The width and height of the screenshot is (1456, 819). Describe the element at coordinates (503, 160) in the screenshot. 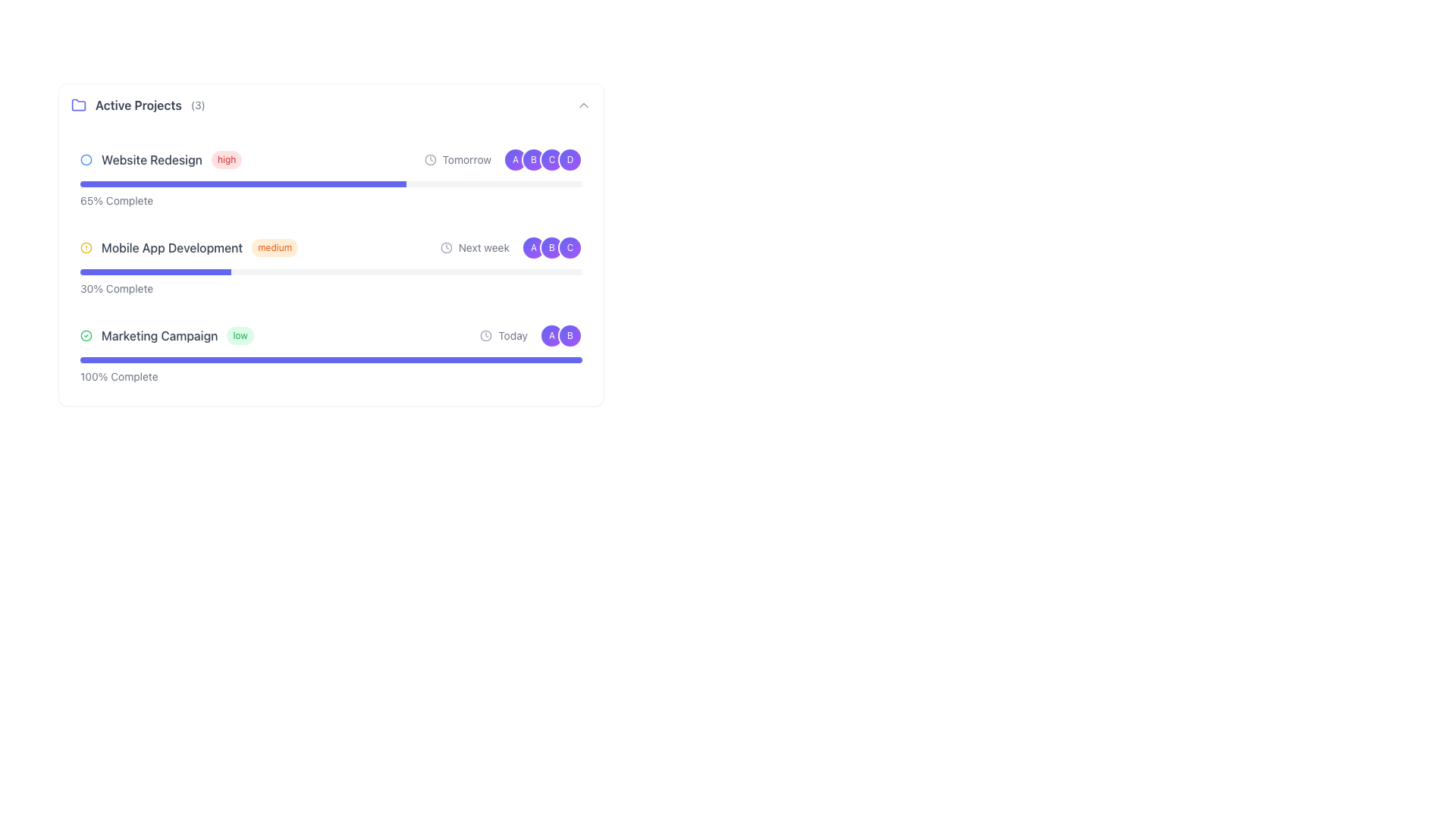

I see `the Composite display element labeled 'Tomorrow' with badges 'A', 'B', 'C', and 'D' in the 'Active Projects' list` at that location.